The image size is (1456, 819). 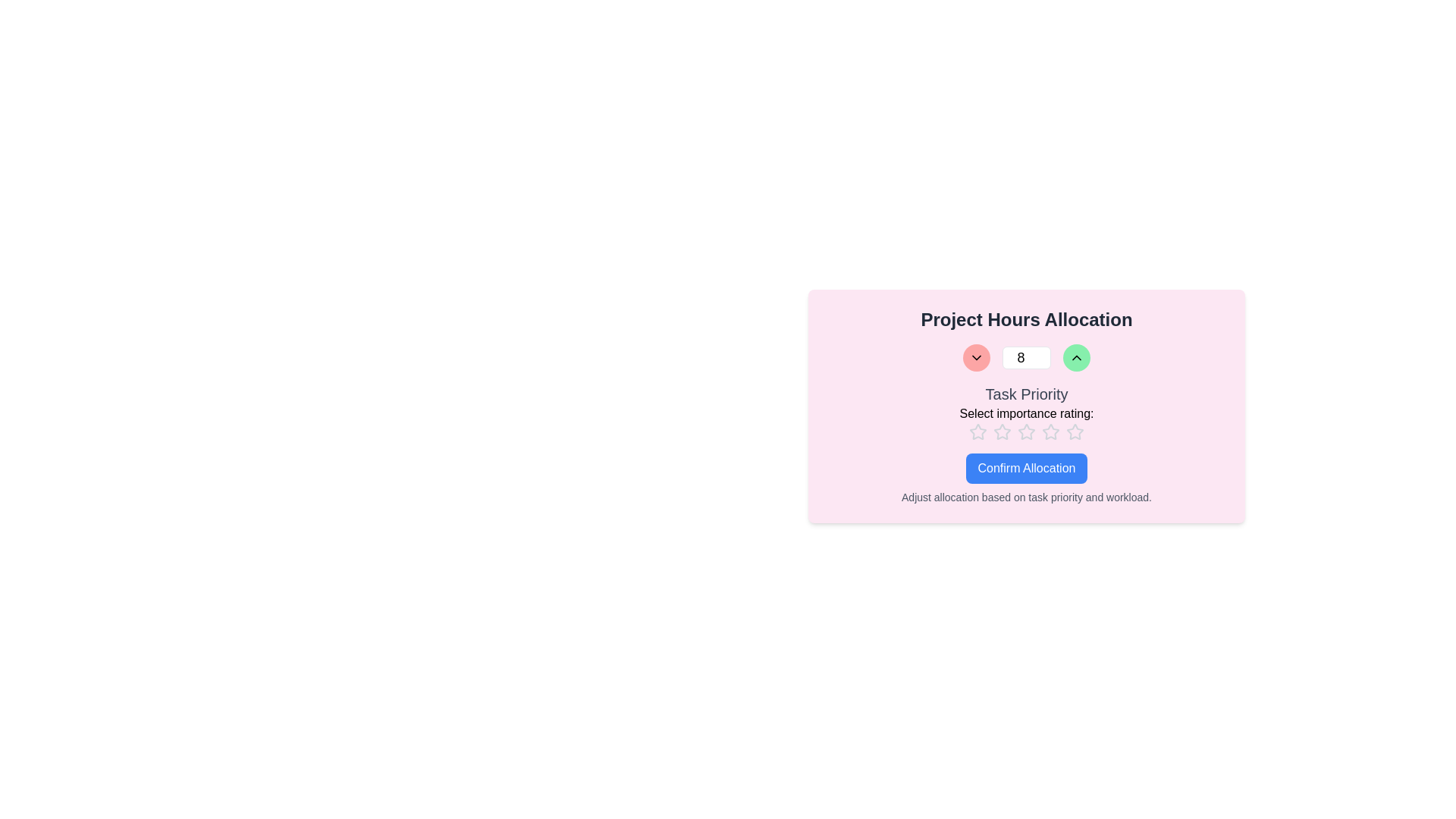 I want to click on the confirmation button for task allocation adjustments located in the pink card beneath the 'Task Priority' rating area, so click(x=1026, y=479).